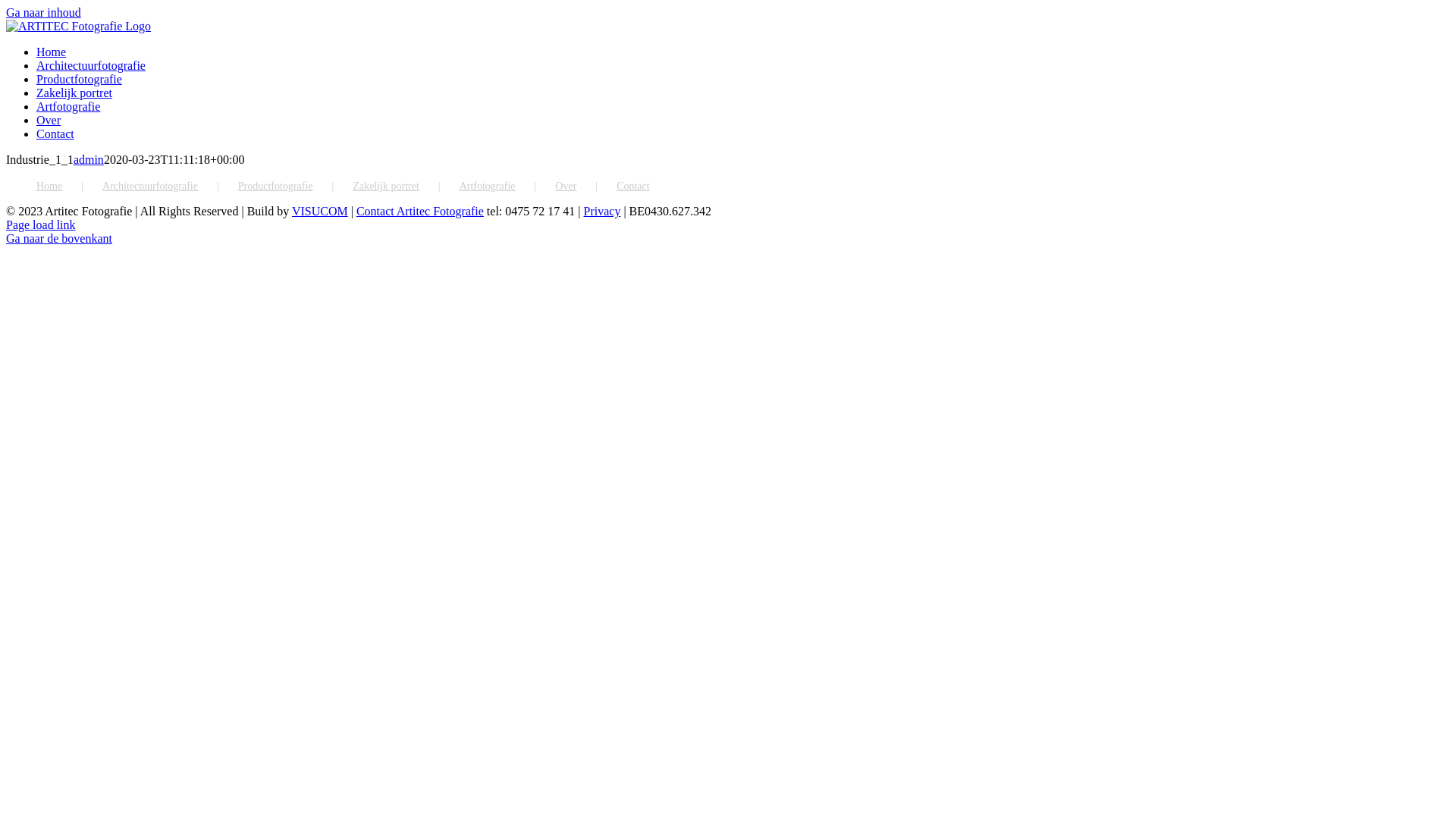  Describe the element at coordinates (43, 12) in the screenshot. I see `'Ga naar inhoud'` at that location.